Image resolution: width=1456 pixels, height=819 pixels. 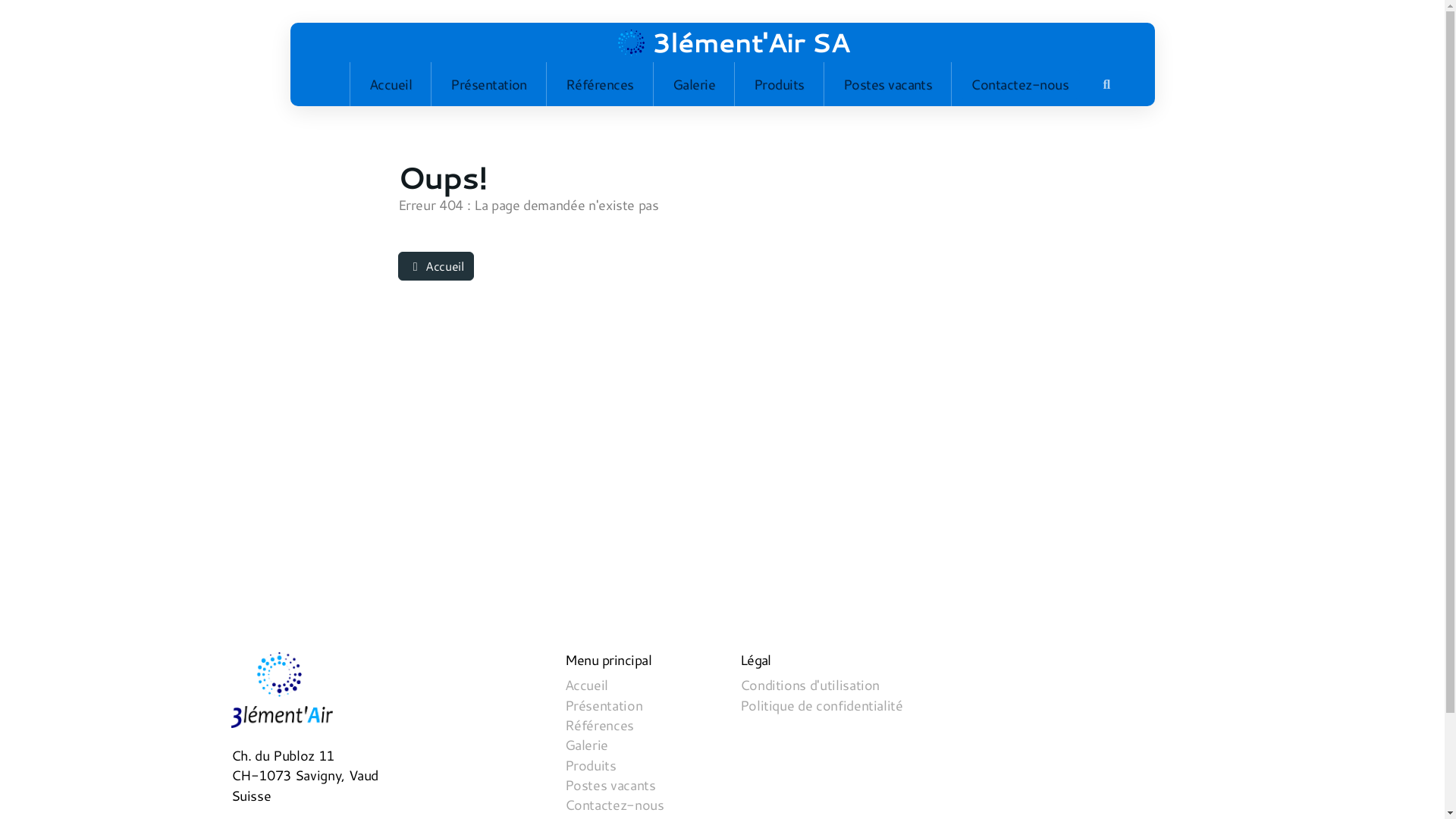 I want to click on 'Accueil', so click(x=435, y=265).